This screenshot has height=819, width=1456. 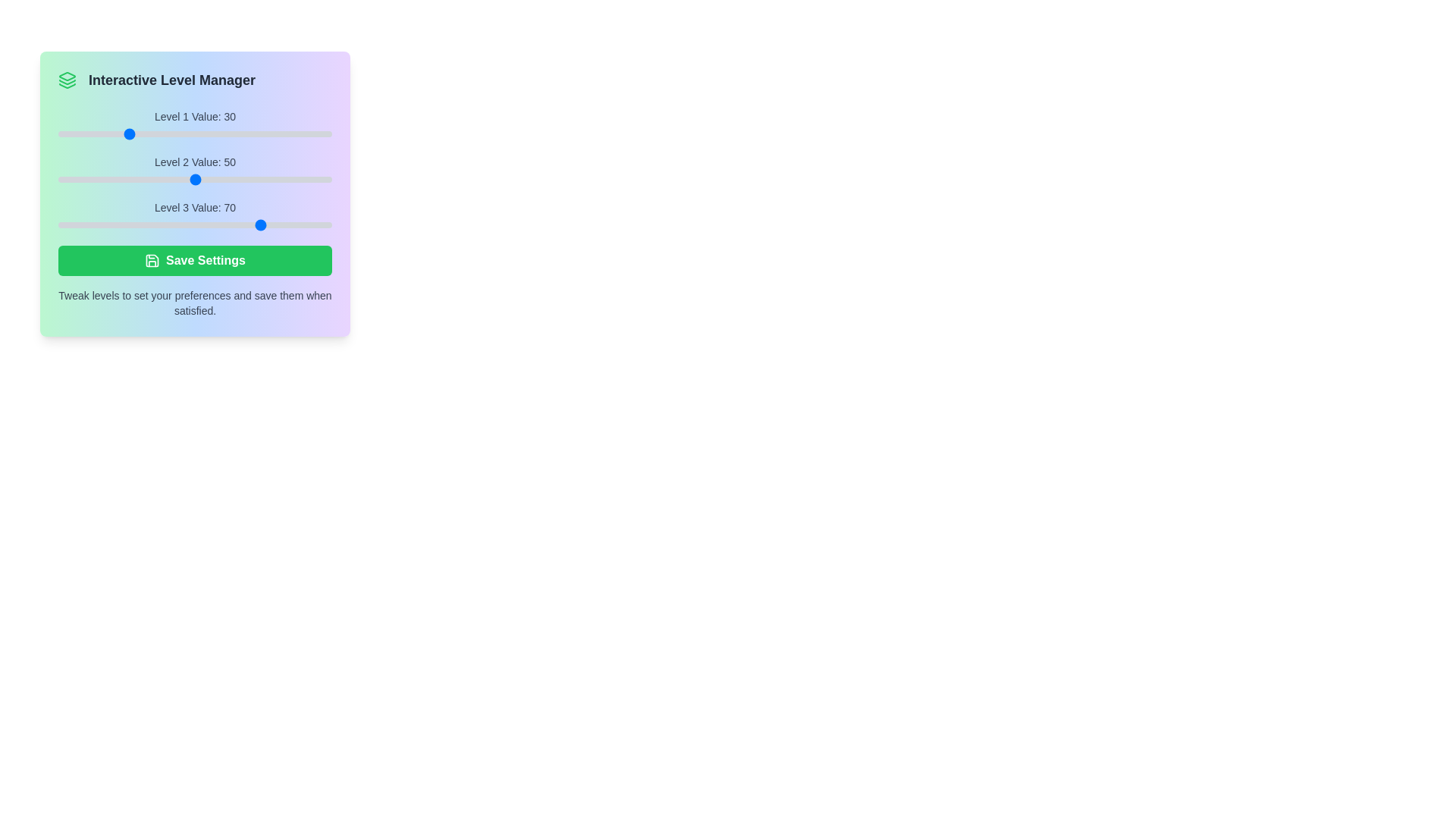 I want to click on the handle of the slider located below the label 'Level 2 Value: 50', so click(x=194, y=178).